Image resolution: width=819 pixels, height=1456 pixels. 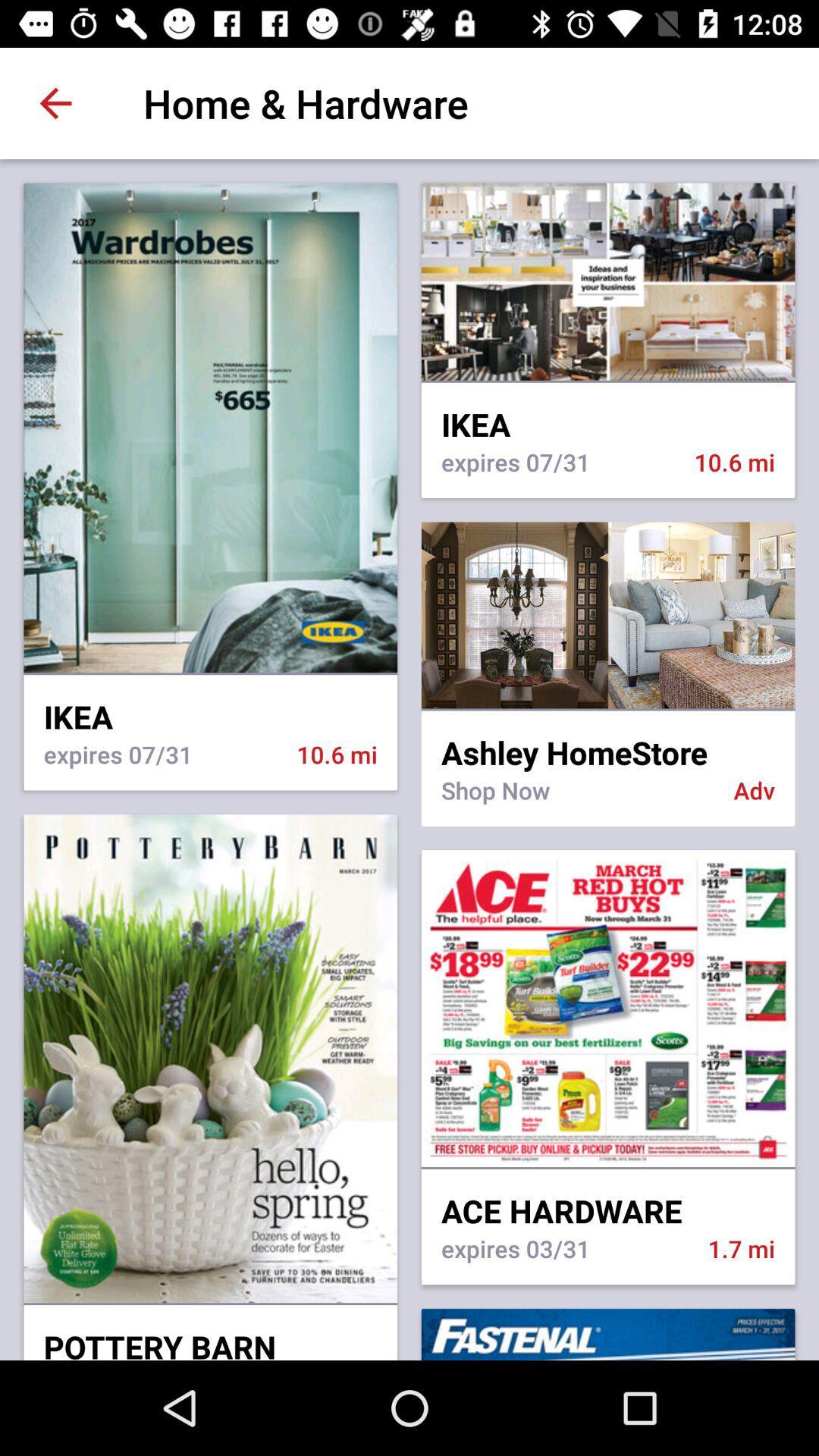 What do you see at coordinates (607, 615) in the screenshot?
I see `pick selected location` at bounding box center [607, 615].